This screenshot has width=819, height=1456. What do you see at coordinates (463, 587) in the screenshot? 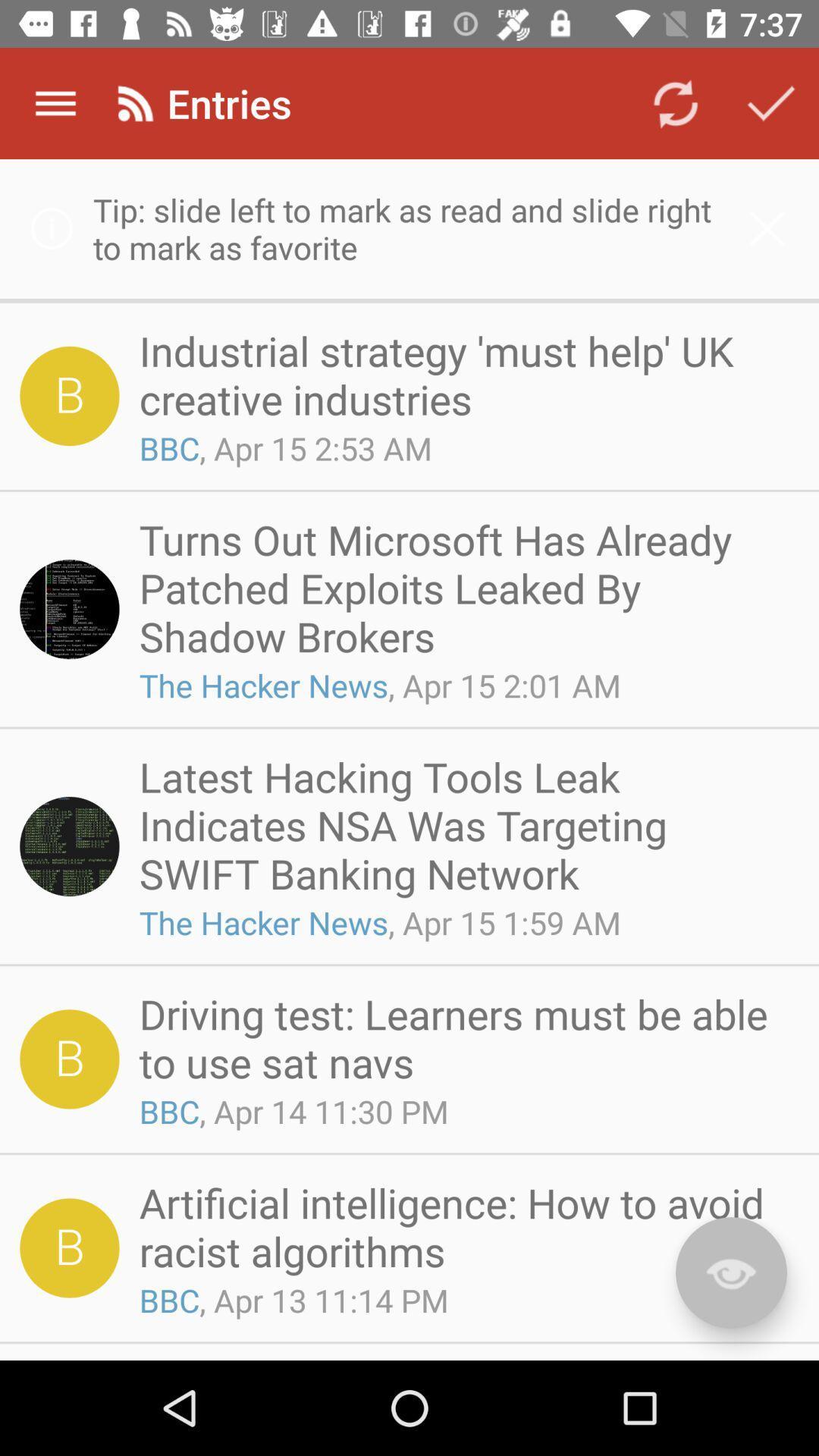
I see `the icon below bbc apr 15 app` at bounding box center [463, 587].